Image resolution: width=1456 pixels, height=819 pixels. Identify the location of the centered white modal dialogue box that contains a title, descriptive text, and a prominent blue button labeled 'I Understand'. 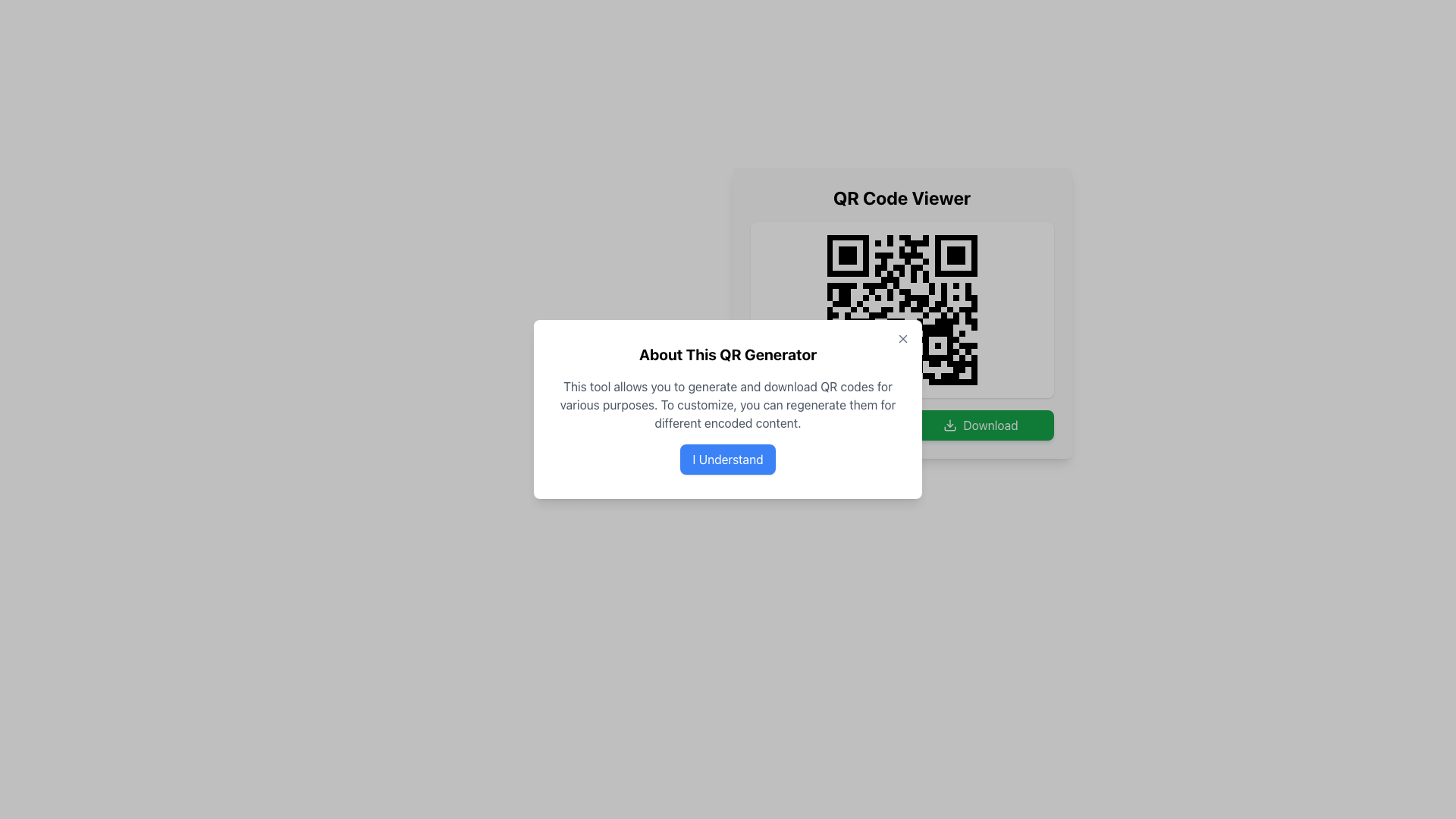
(728, 409).